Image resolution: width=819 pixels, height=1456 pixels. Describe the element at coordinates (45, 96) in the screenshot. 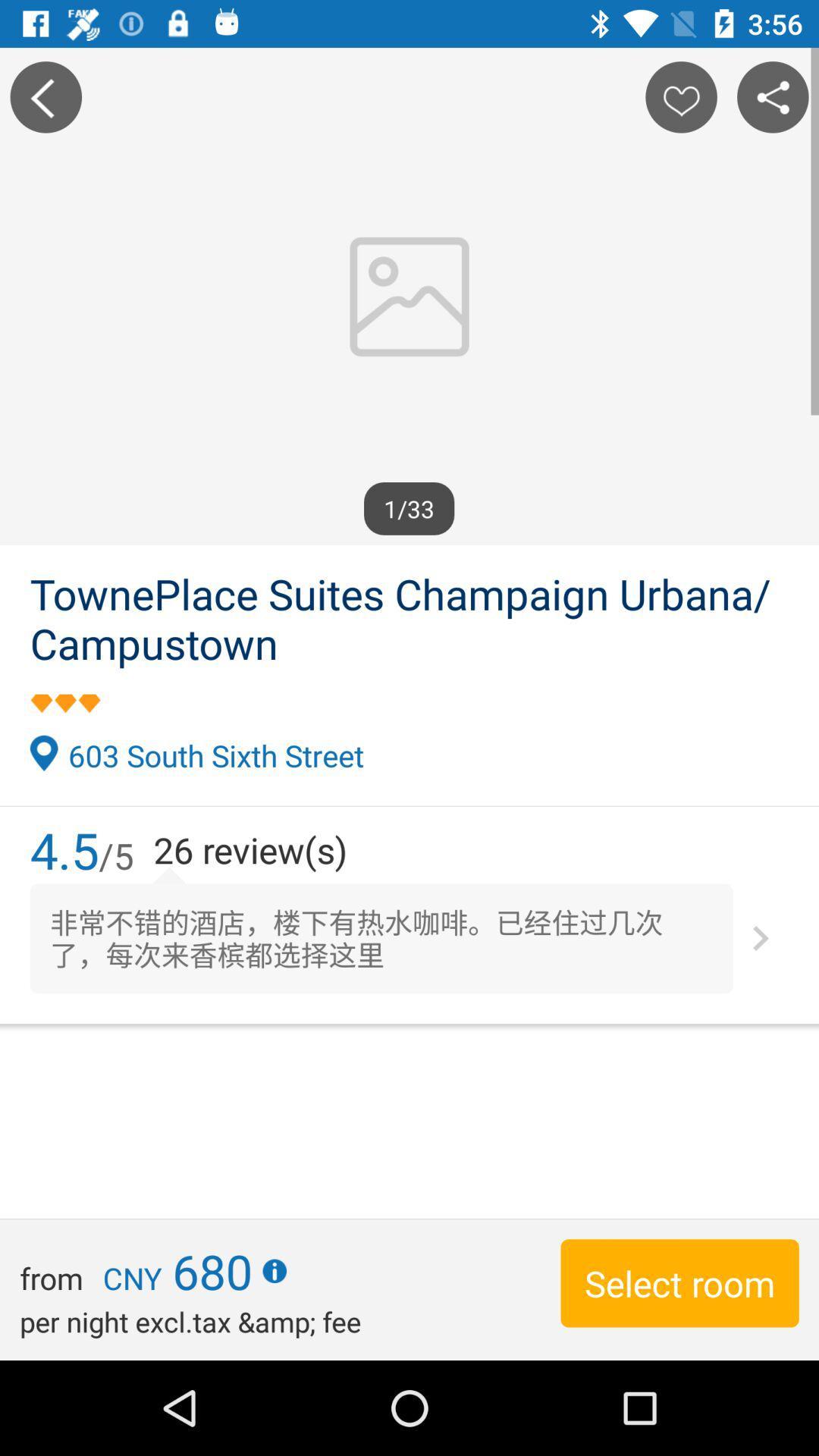

I see `go back` at that location.